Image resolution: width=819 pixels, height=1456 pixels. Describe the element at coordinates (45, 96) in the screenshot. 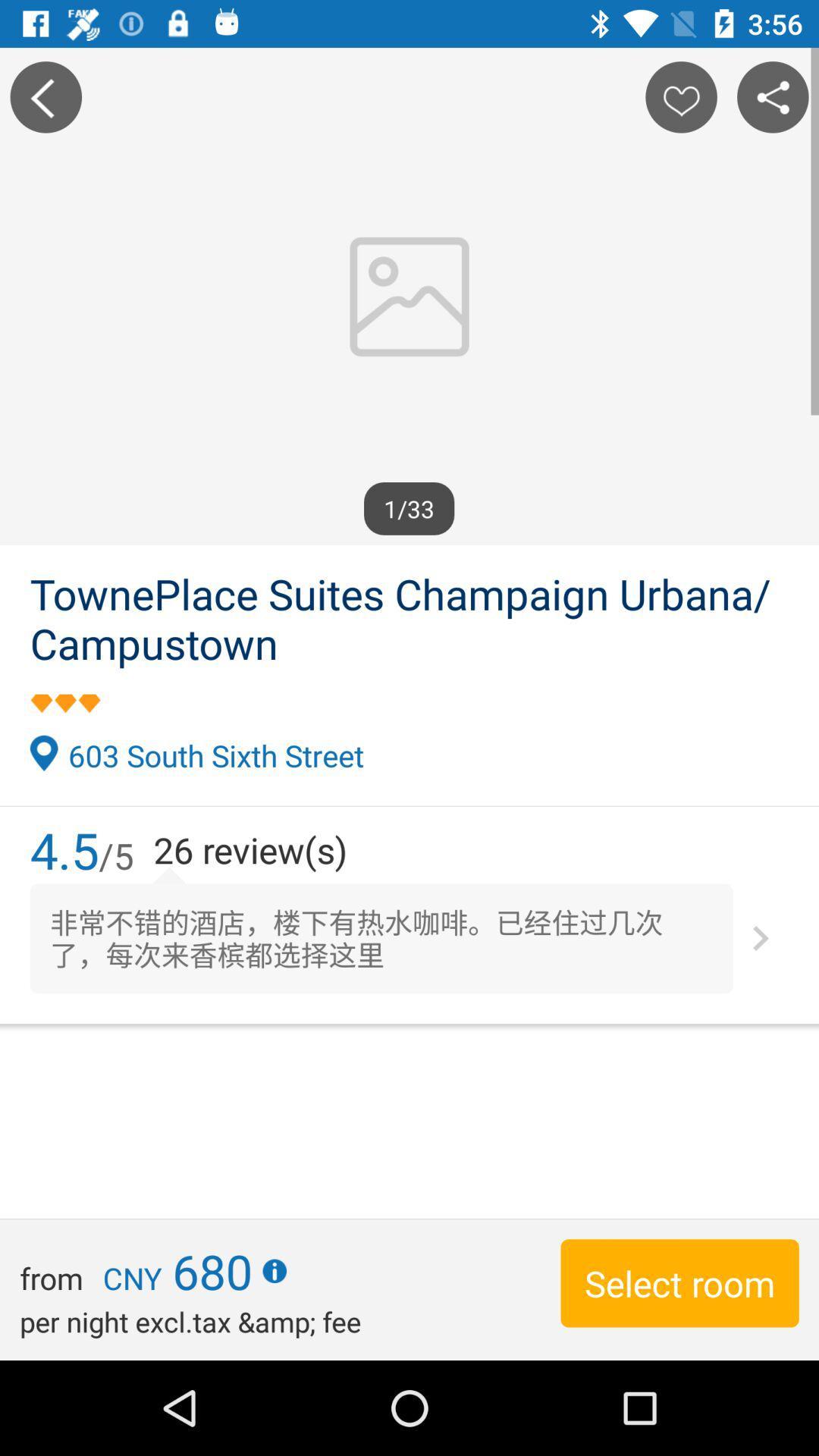

I see `go back` at that location.